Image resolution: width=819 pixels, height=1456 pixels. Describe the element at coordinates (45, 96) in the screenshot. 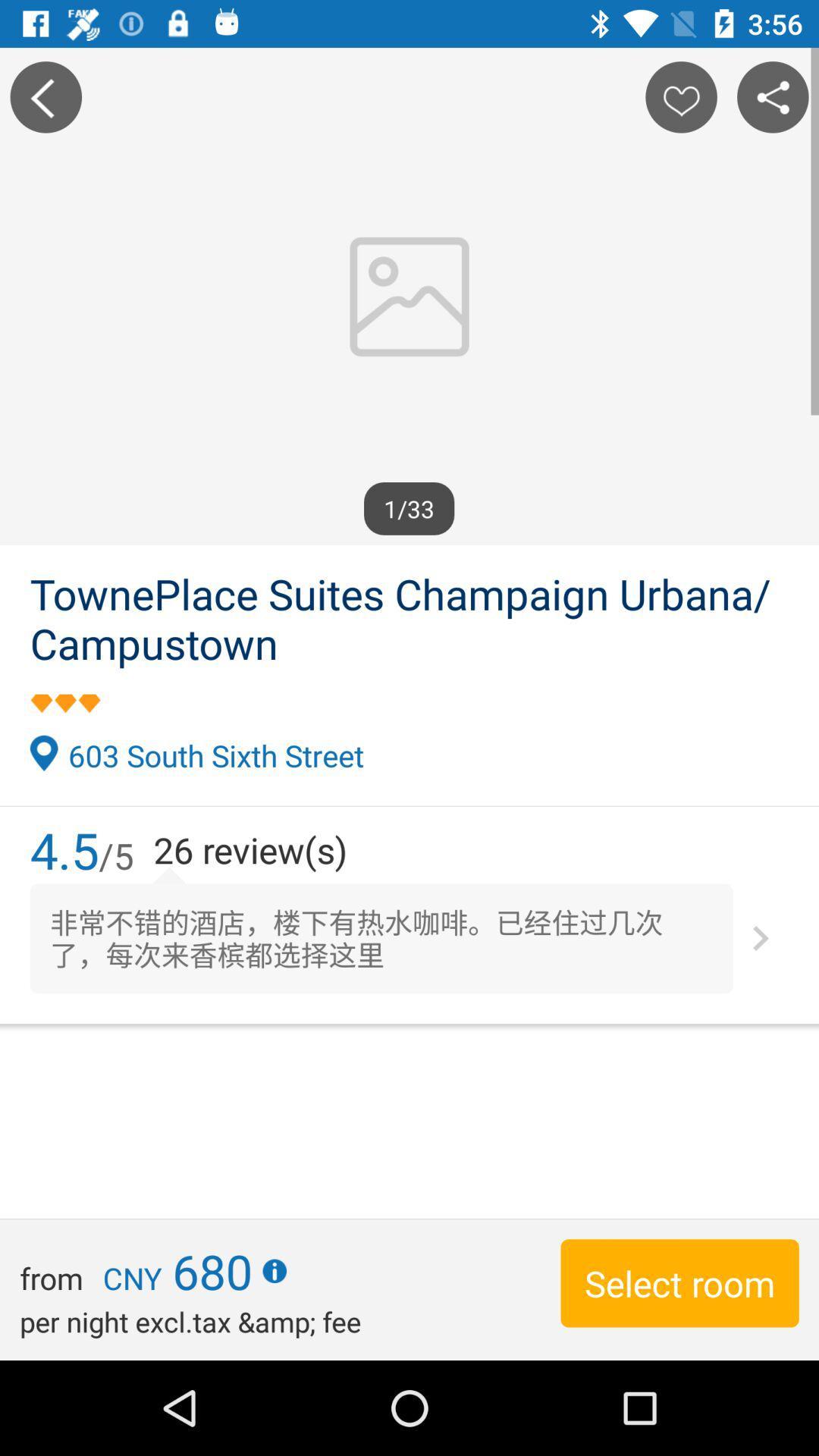

I see `go back` at that location.